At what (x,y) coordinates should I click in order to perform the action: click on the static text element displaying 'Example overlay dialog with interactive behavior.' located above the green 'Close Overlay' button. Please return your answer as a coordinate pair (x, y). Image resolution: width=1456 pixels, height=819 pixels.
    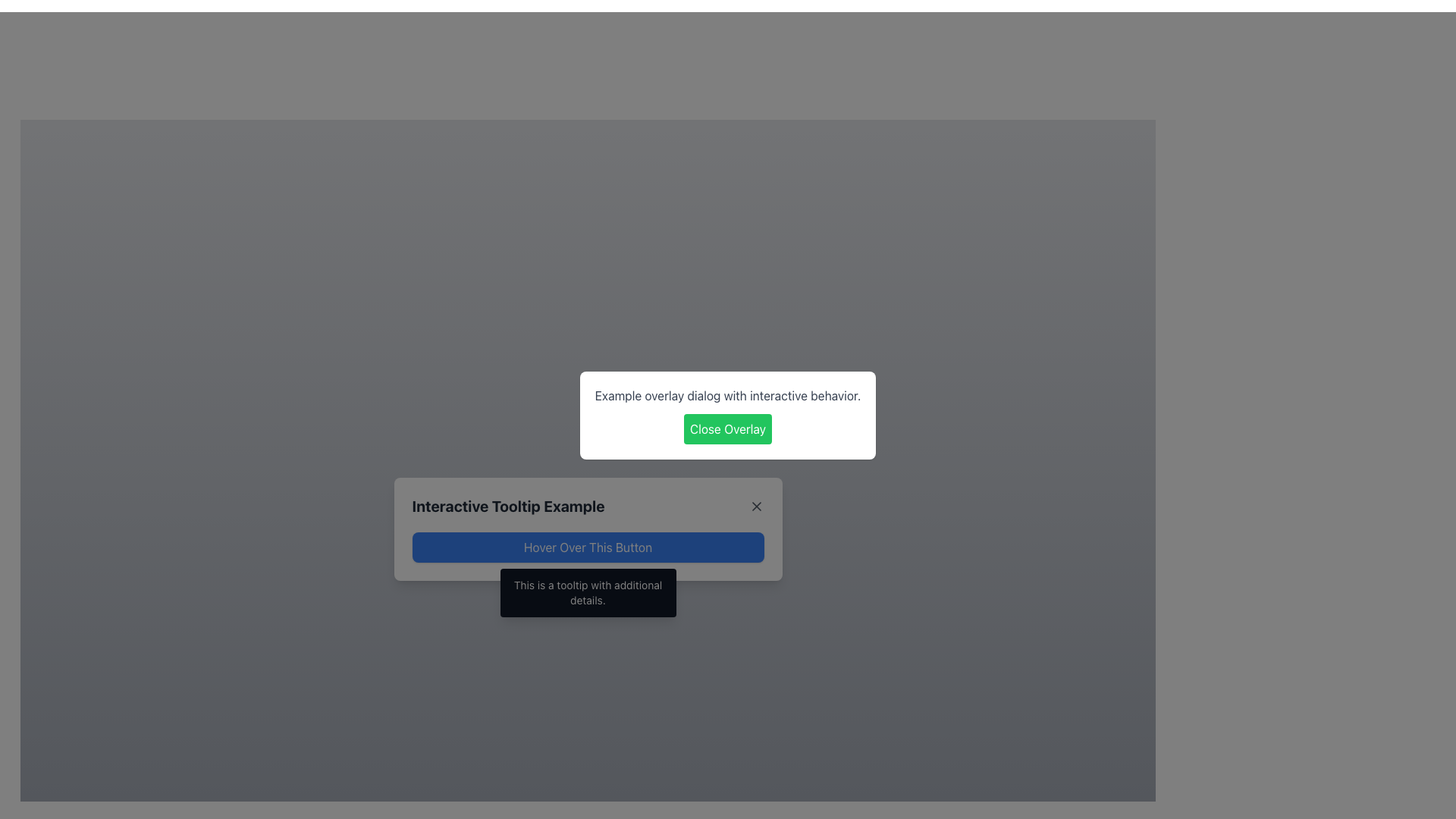
    Looking at the image, I should click on (728, 394).